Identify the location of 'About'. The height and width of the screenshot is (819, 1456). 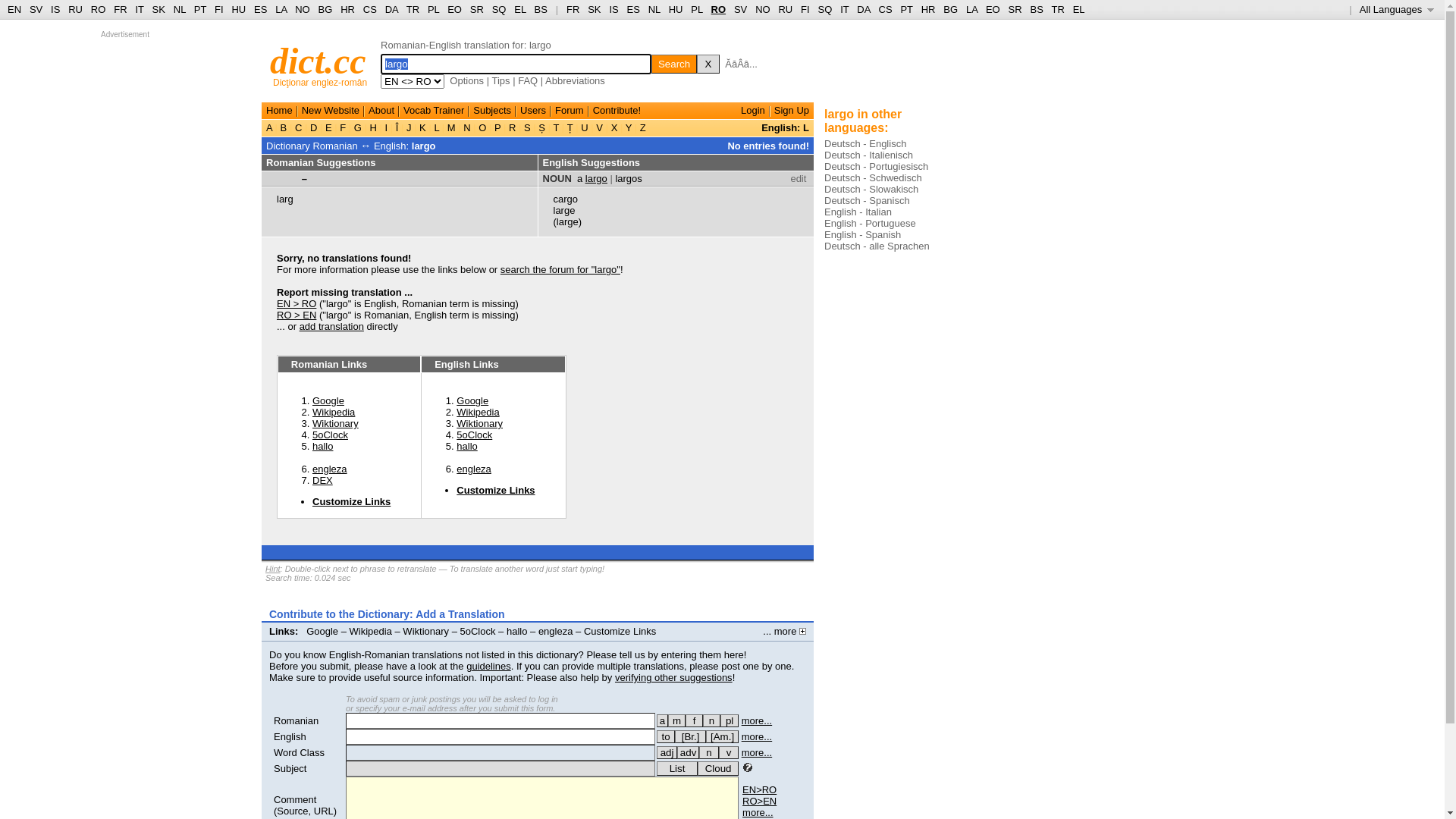
(381, 109).